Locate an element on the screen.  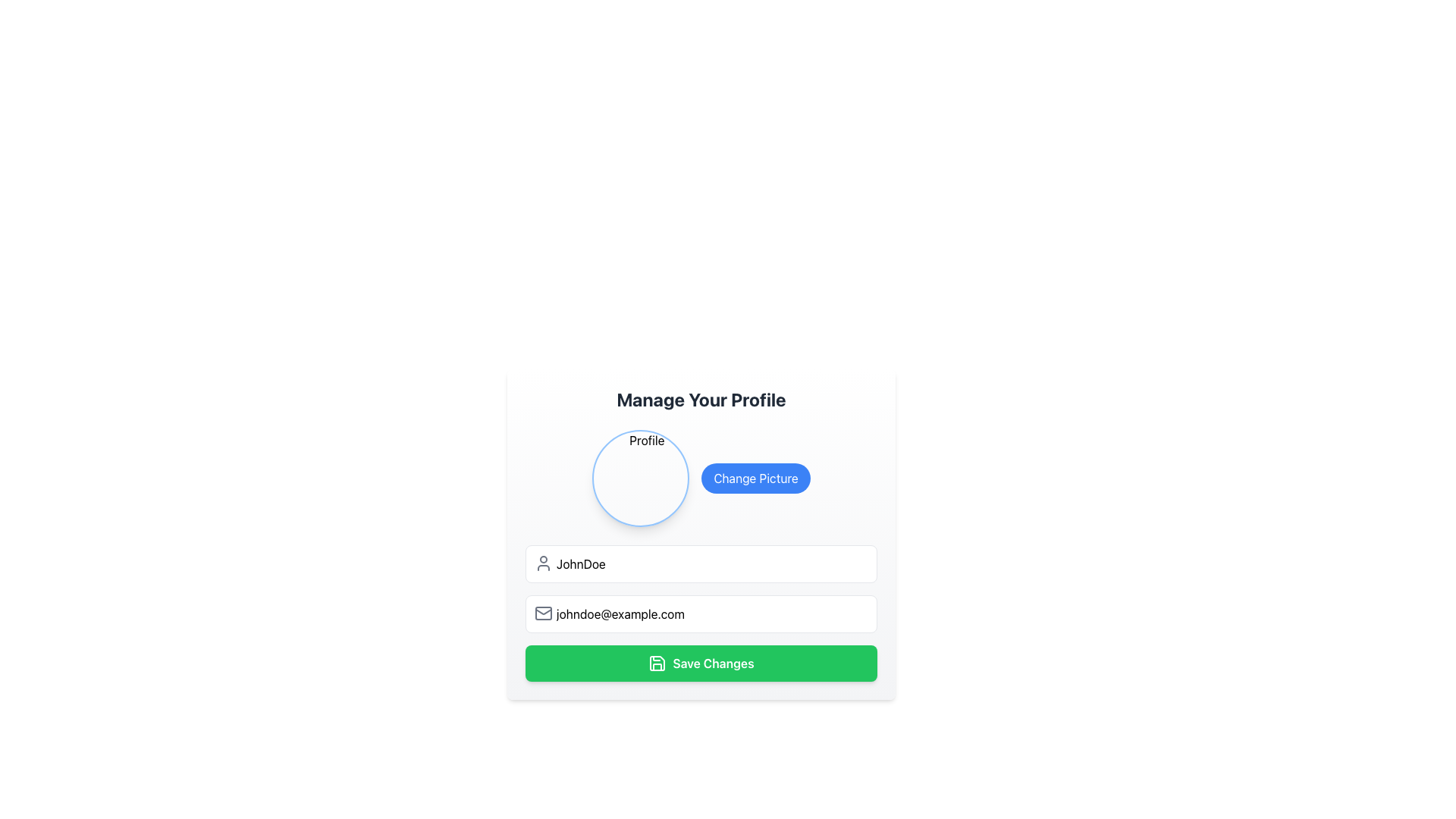
the button that allows the user to change their profile picture, located beneath the 'Manage Your Profile' title and near the circular profile image is located at coordinates (701, 479).